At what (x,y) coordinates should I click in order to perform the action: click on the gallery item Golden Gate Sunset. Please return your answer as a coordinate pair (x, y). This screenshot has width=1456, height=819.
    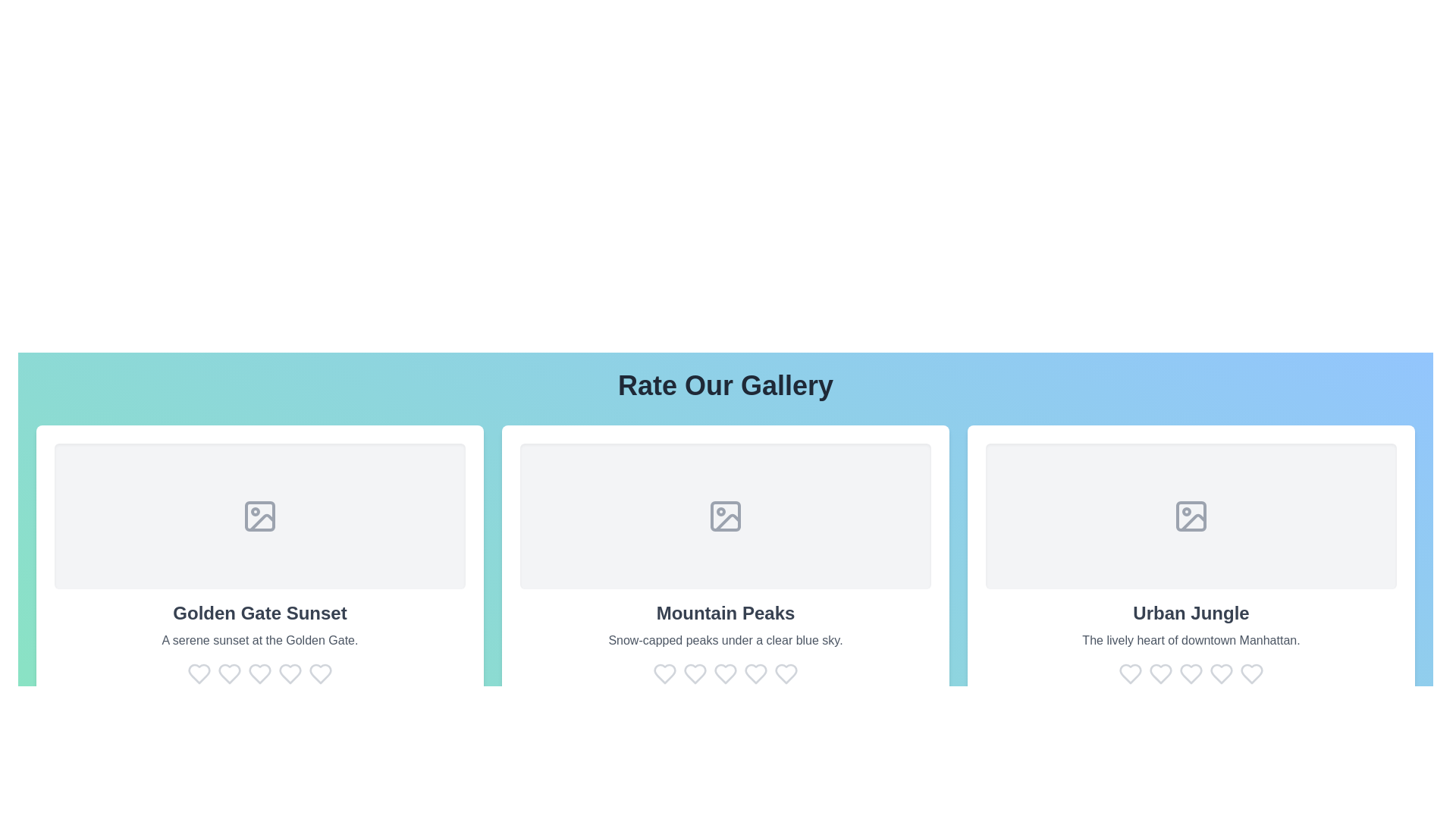
    Looking at the image, I should click on (259, 564).